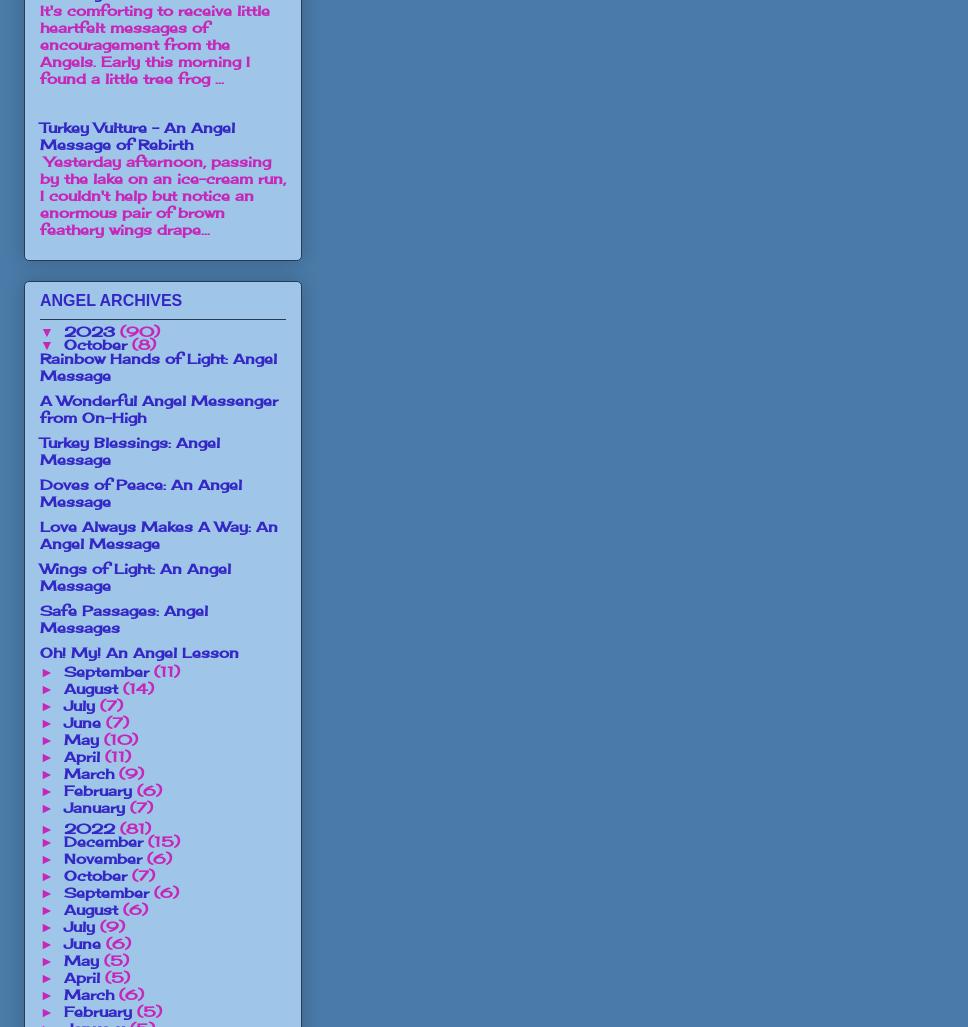 The image size is (968, 1027). I want to click on '2023', so click(90, 329).